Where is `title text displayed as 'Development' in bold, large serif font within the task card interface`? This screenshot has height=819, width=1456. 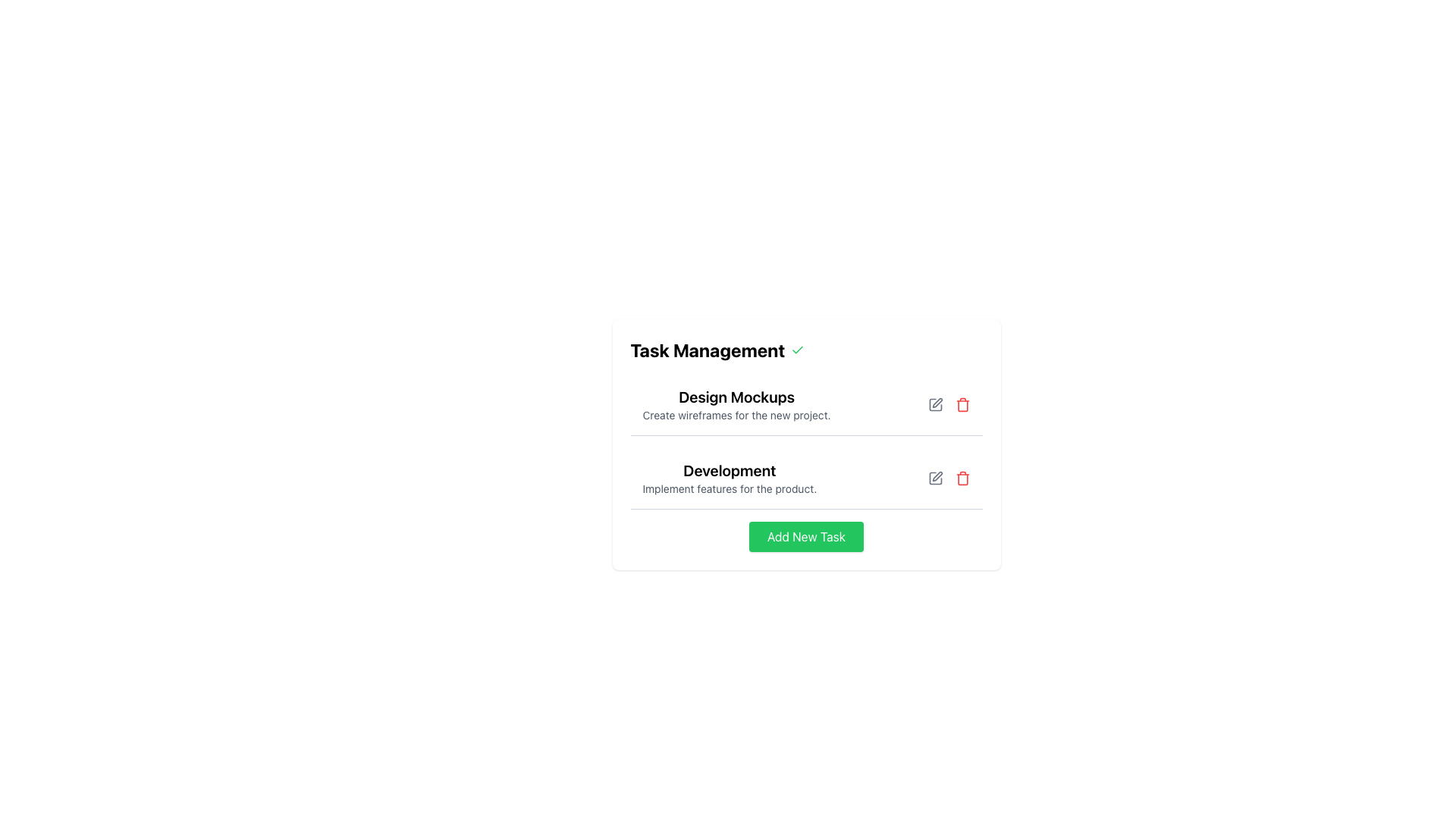
title text displayed as 'Development' in bold, large serif font within the task card interface is located at coordinates (730, 470).